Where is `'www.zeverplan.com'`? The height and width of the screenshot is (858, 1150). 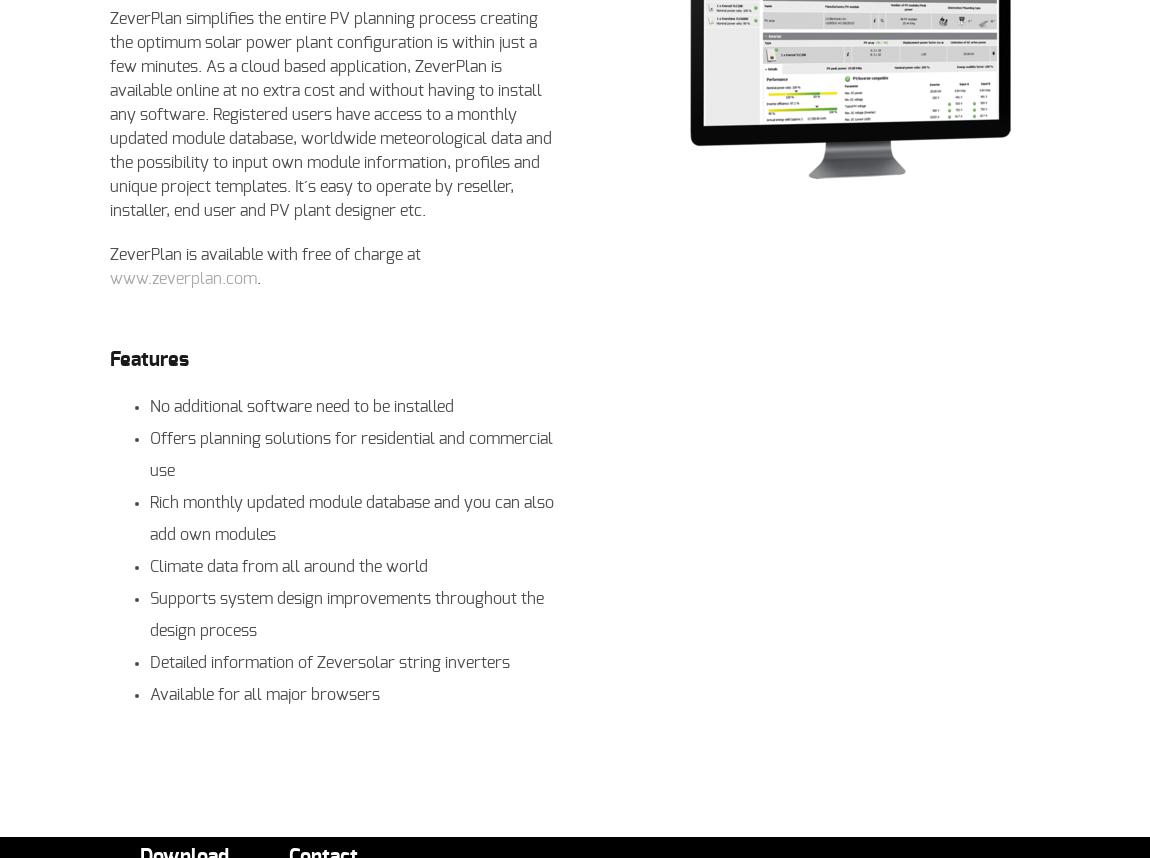
'www.zeverplan.com' is located at coordinates (182, 279).